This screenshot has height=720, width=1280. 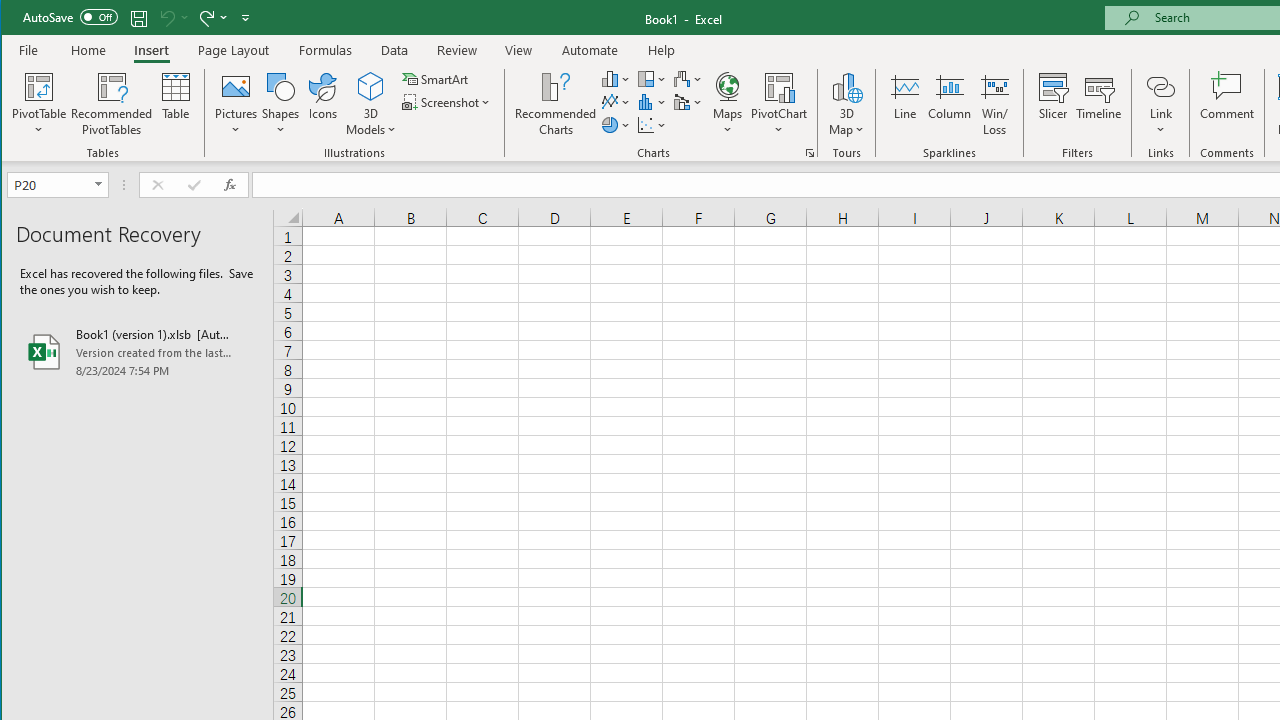 I want to click on 'Redo', so click(x=205, y=17).